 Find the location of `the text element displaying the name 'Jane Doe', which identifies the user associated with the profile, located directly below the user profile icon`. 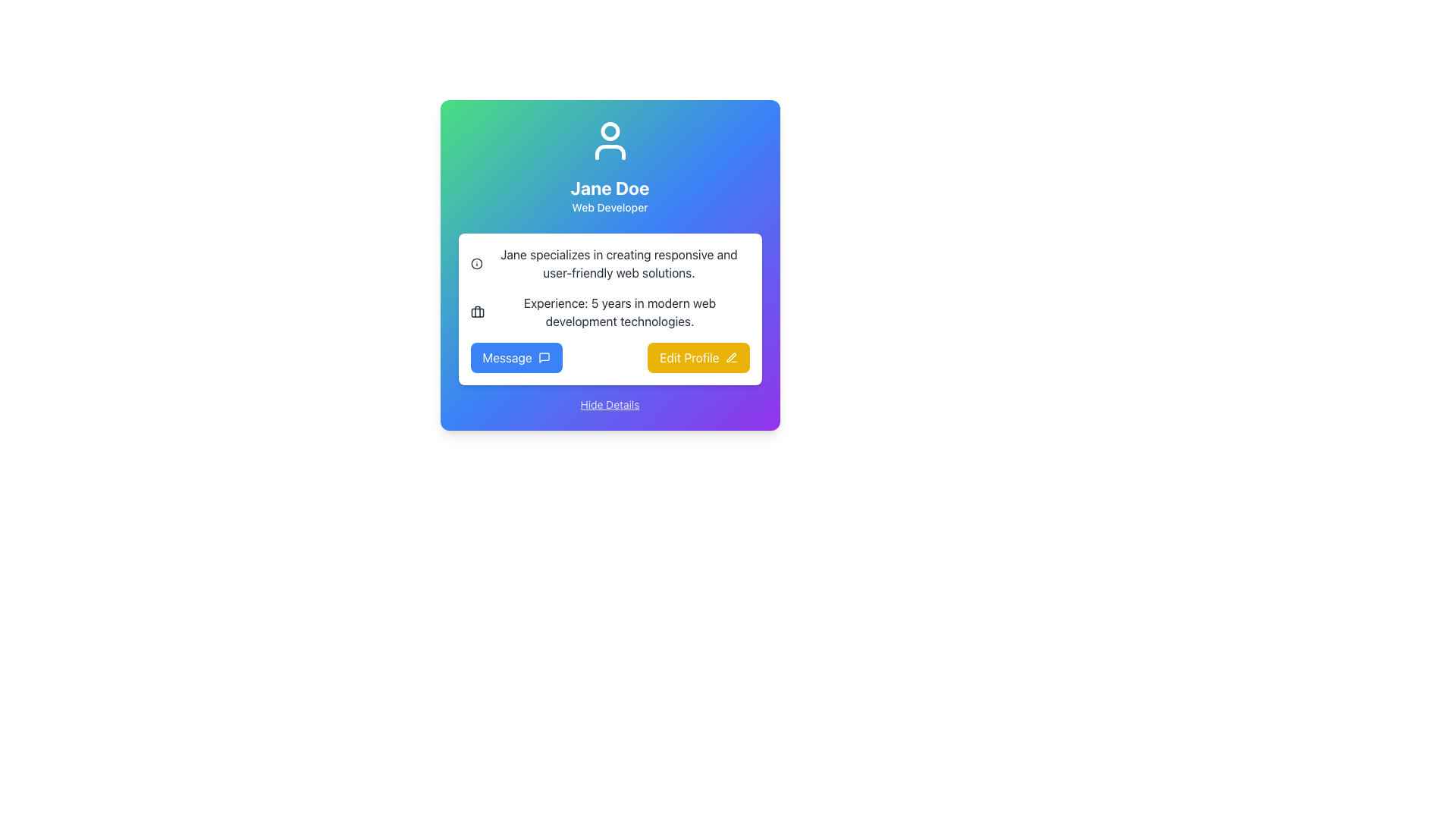

the text element displaying the name 'Jane Doe', which identifies the user associated with the profile, located directly below the user profile icon is located at coordinates (610, 187).